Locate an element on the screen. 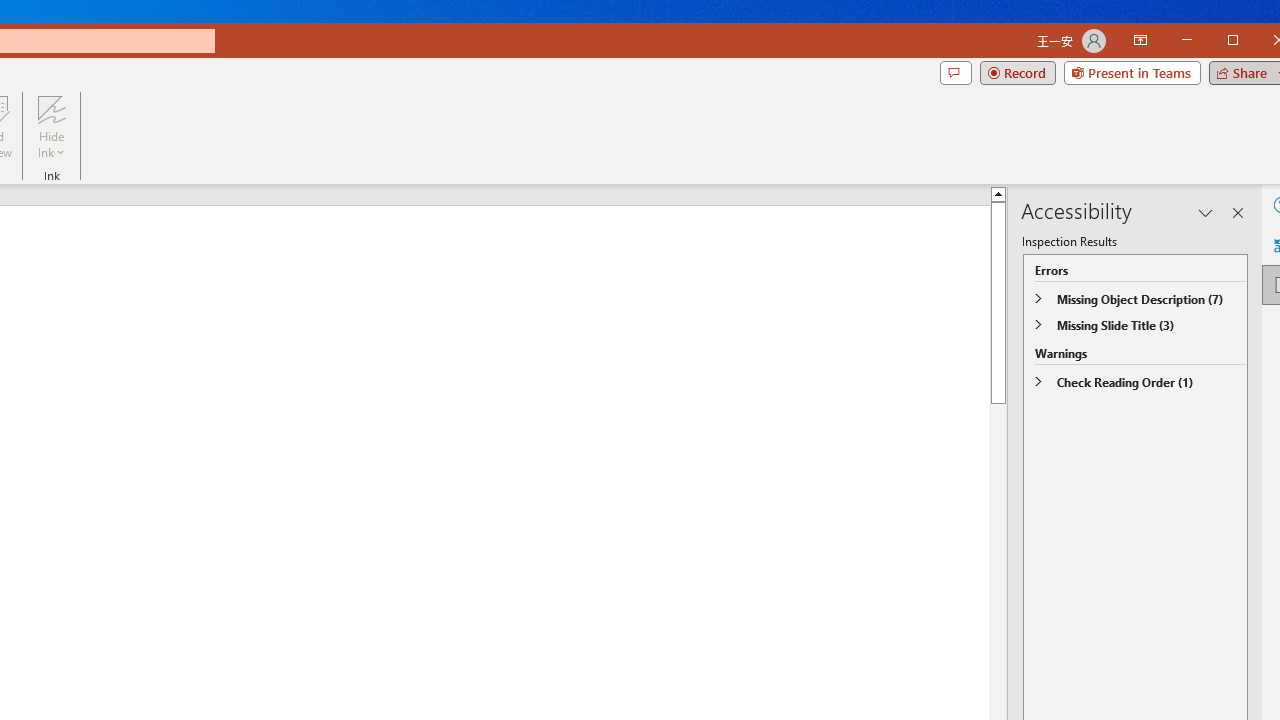 Image resolution: width=1280 pixels, height=720 pixels. 'Maximize' is located at coordinates (1261, 42).